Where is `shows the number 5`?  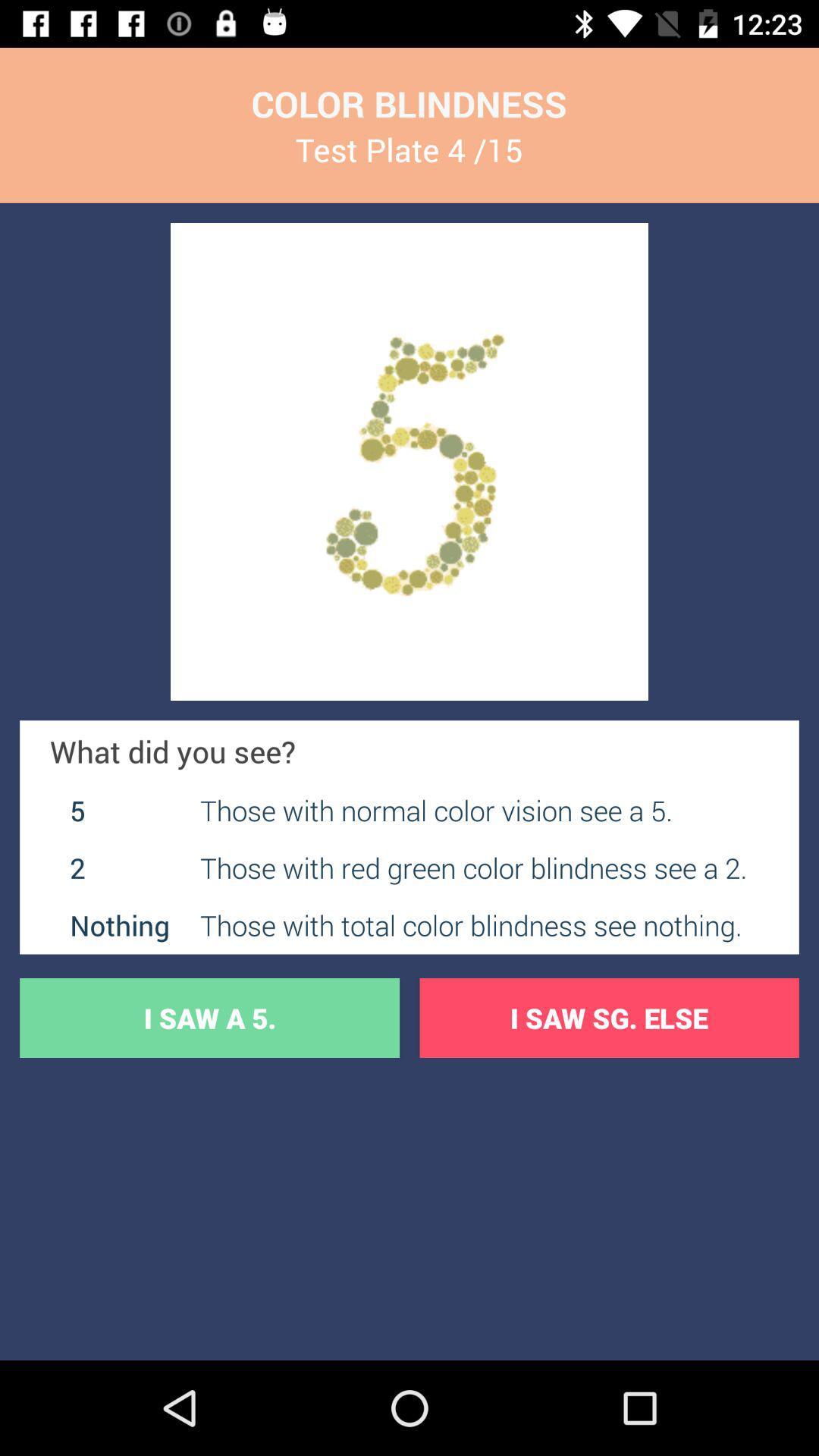 shows the number 5 is located at coordinates (409, 461).